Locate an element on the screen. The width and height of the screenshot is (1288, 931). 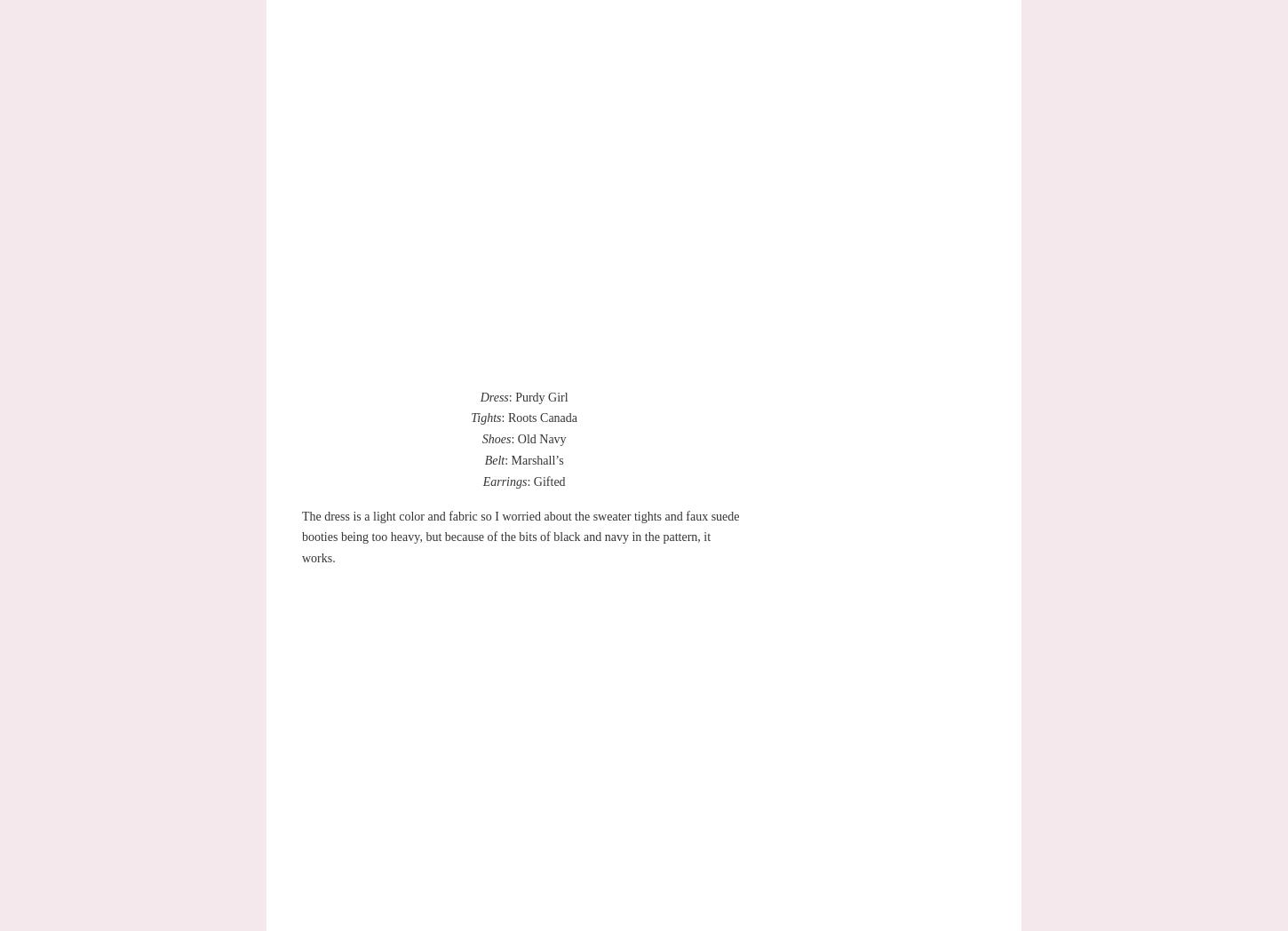
'Dress' is located at coordinates (493, 395).